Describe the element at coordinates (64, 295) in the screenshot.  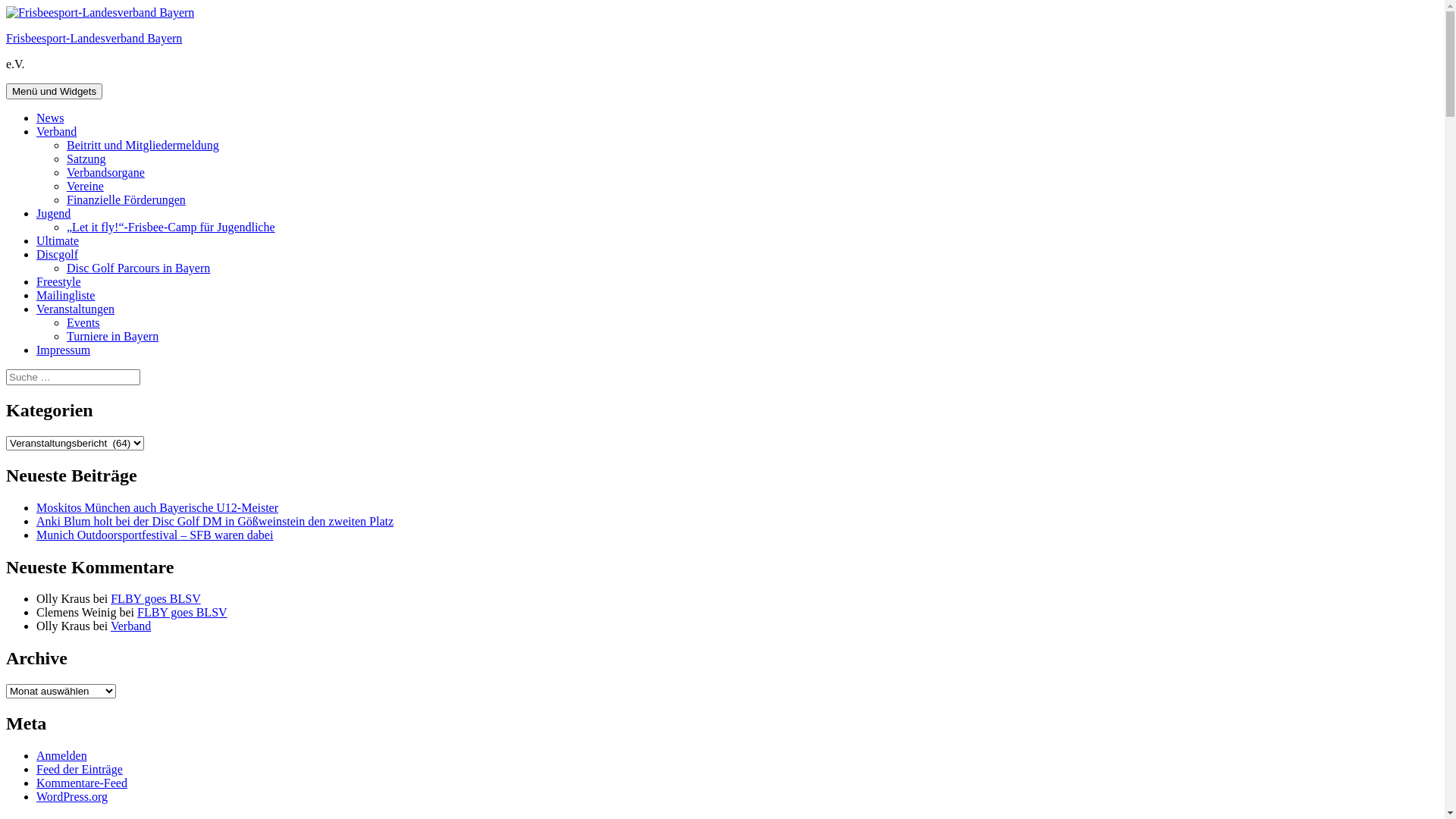
I see `'Mailingliste'` at that location.